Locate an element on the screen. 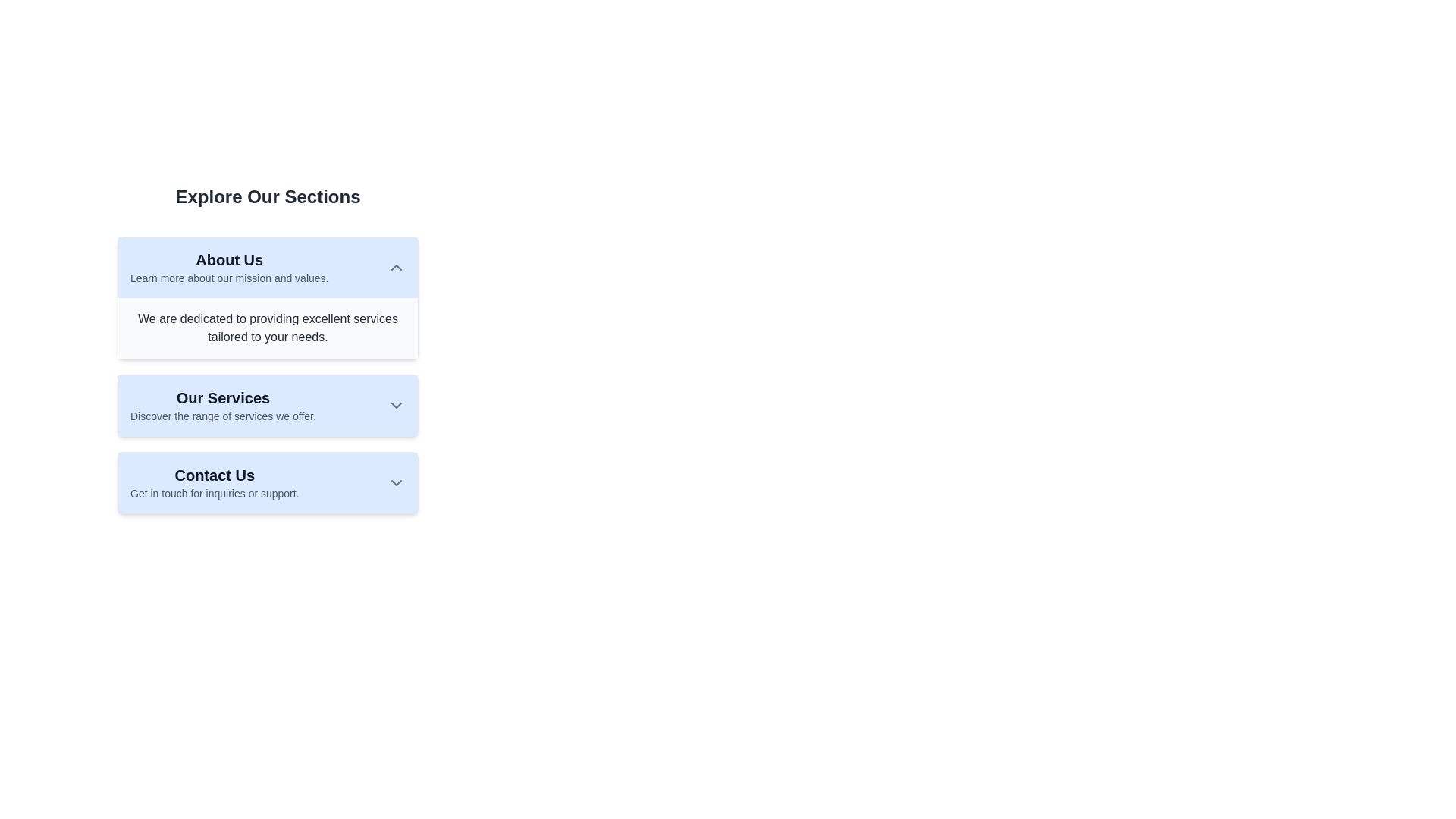 The image size is (1456, 819). the collapsible icon located in the top-right corner of the 'About Us' section card is located at coordinates (397, 267).